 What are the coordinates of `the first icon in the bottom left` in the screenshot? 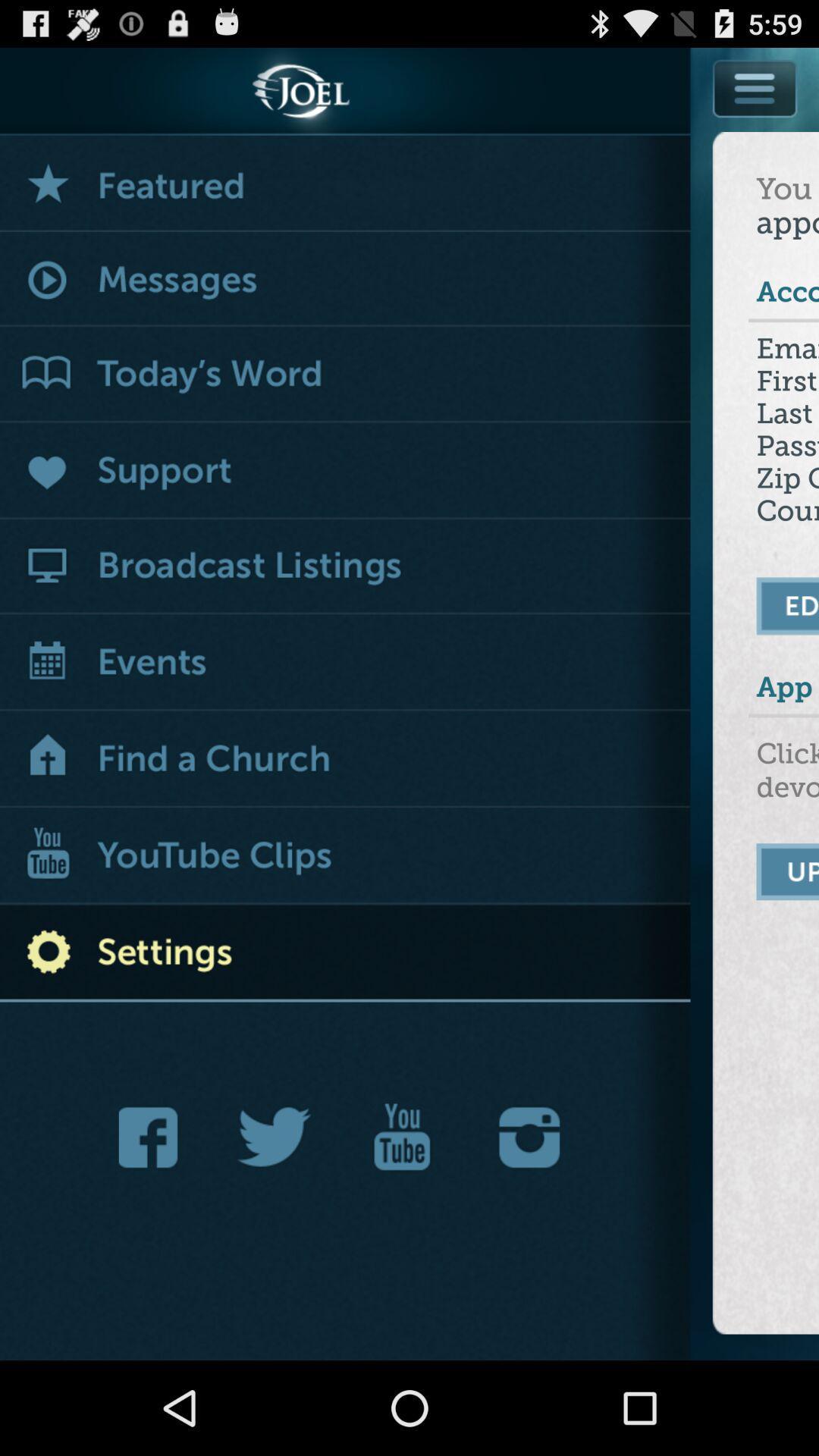 It's located at (152, 1137).